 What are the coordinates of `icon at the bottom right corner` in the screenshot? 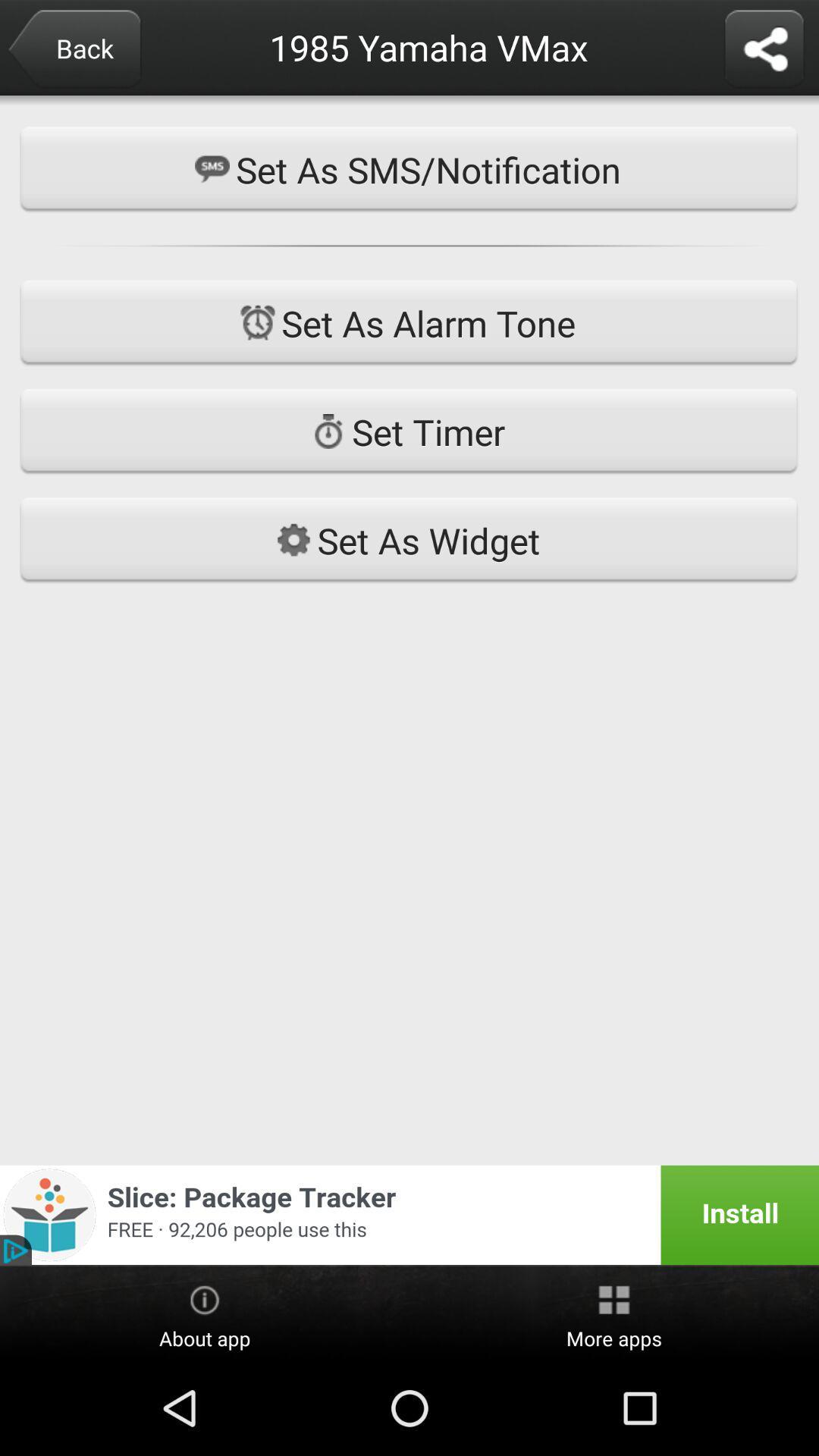 It's located at (614, 1313).